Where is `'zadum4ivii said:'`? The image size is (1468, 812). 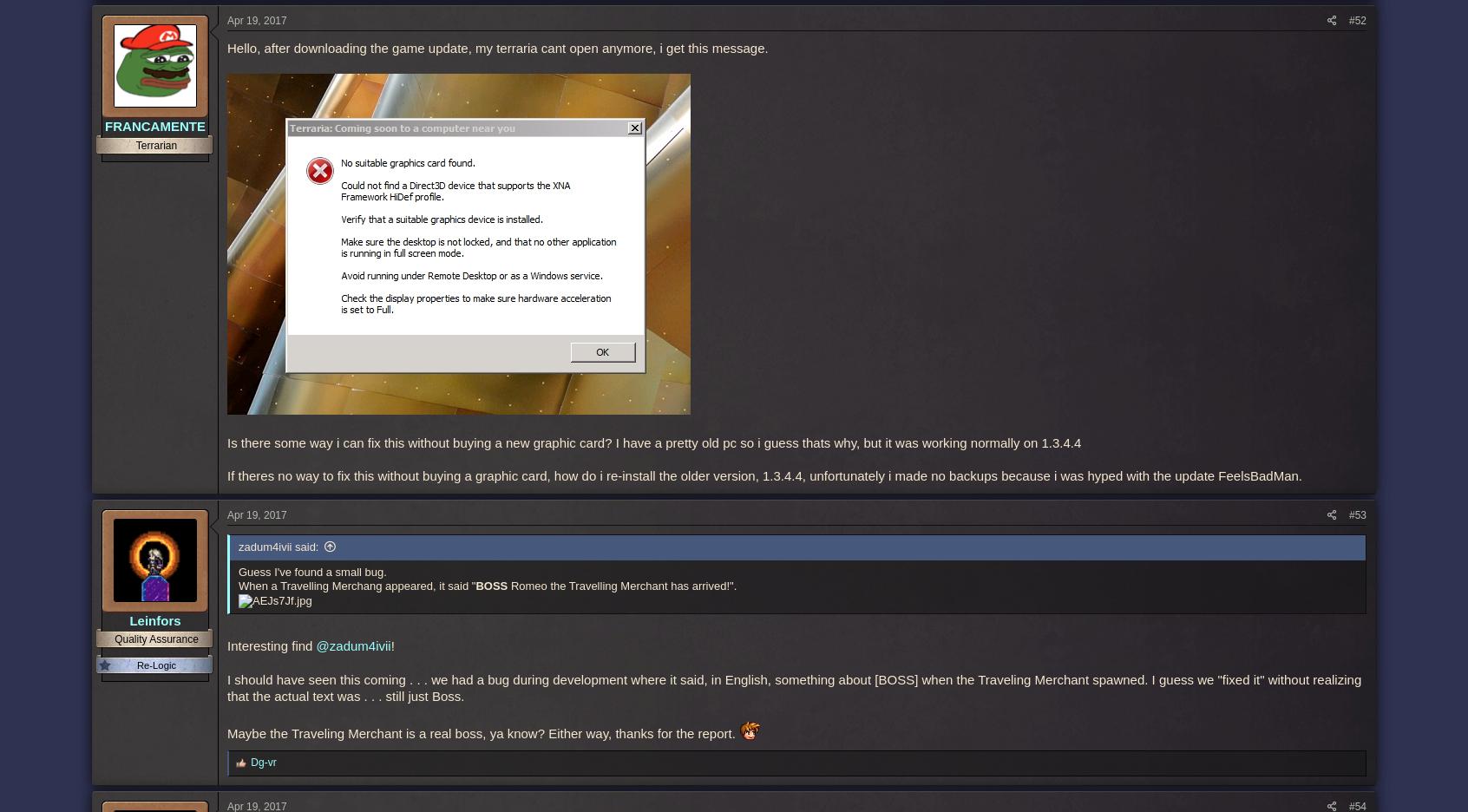 'zadum4ivii said:' is located at coordinates (277, 545).